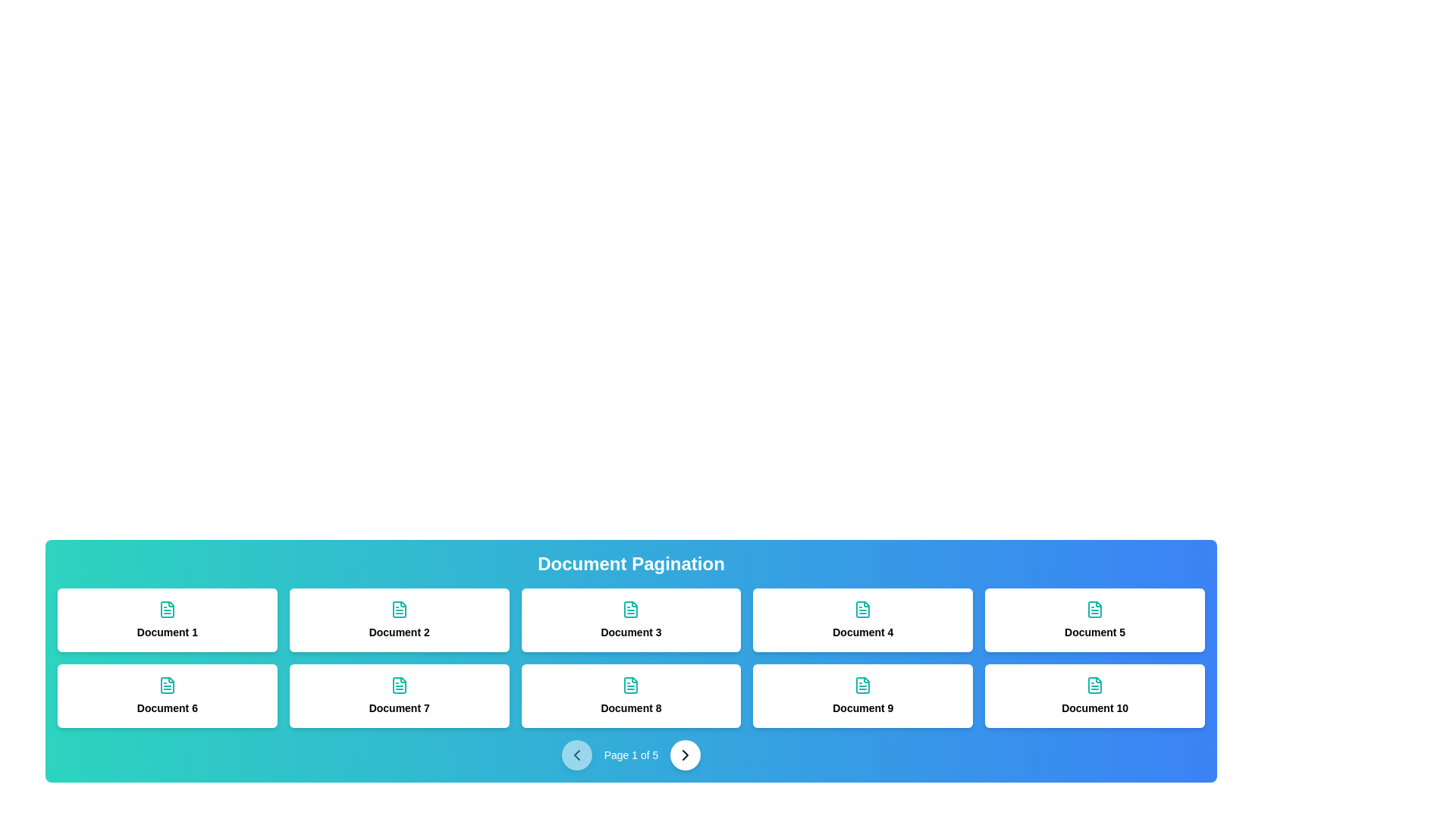  Describe the element at coordinates (685, 755) in the screenshot. I see `the circular button with a white background and dark right-facing chevron icon, located near the bottom center of the interface, part of the pagination control group` at that location.